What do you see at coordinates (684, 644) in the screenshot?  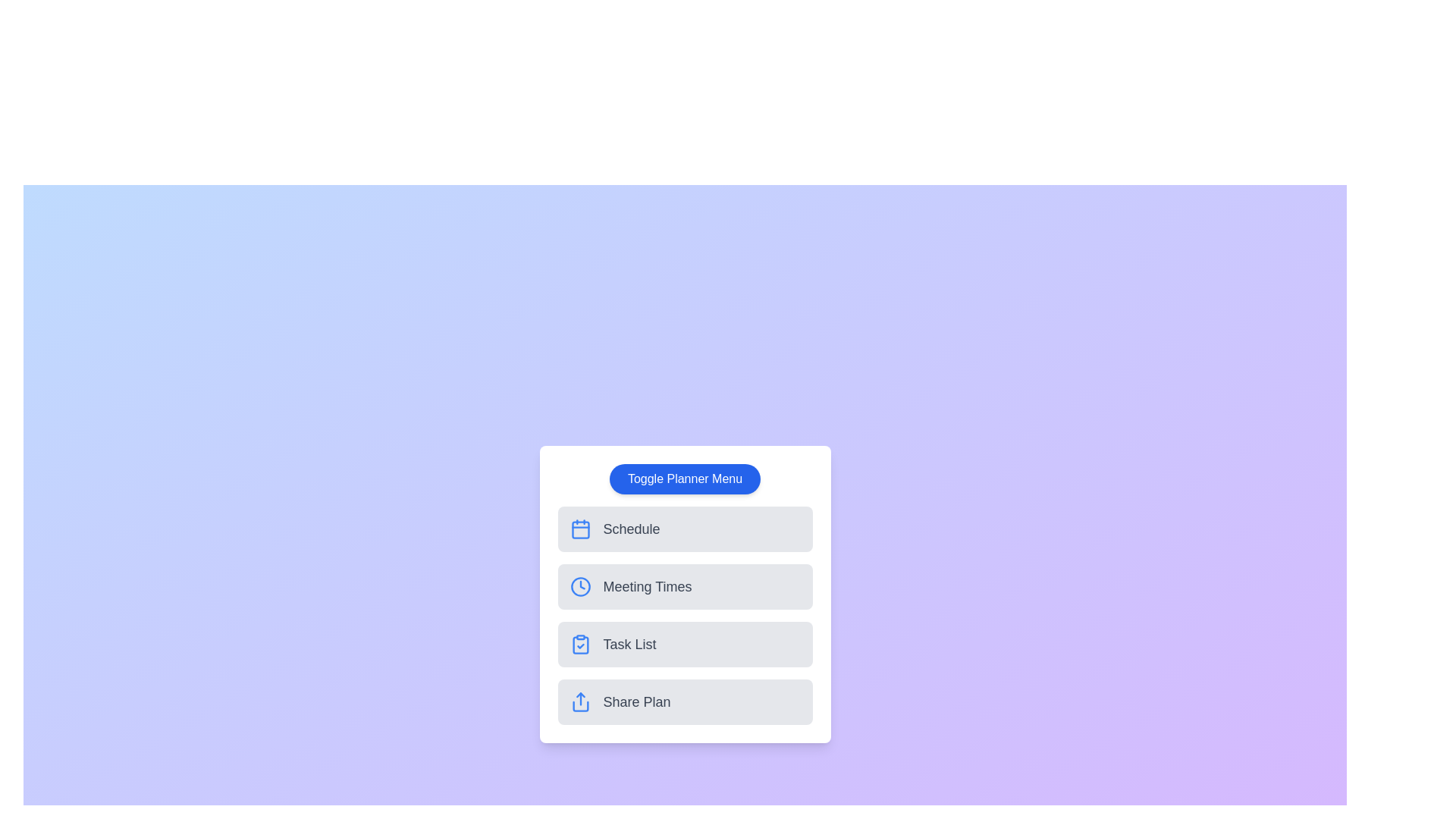 I see `the planner option Task List from the menu` at bounding box center [684, 644].